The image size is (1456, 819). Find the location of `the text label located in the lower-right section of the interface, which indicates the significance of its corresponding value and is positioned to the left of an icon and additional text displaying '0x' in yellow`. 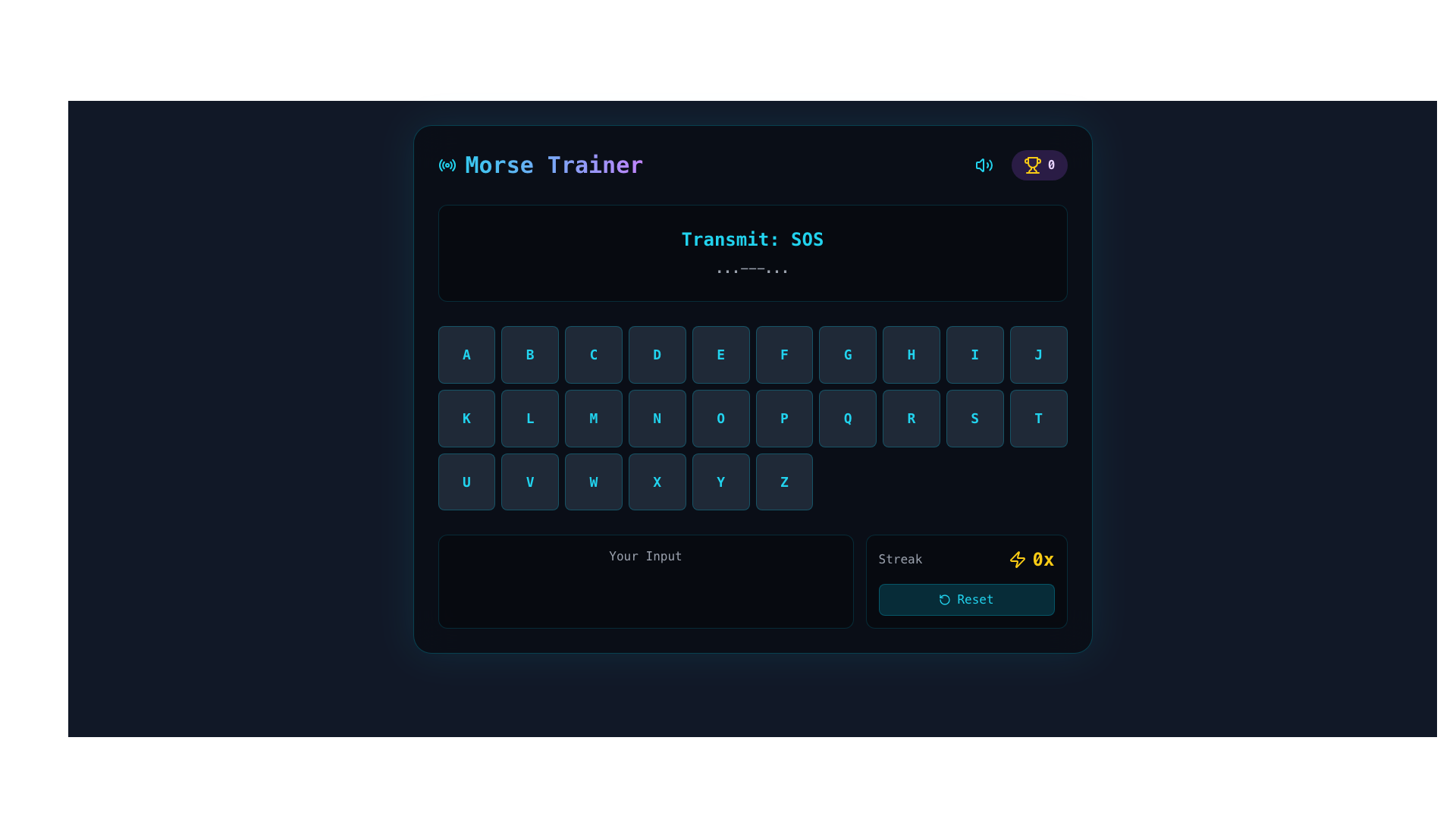

the text label located in the lower-right section of the interface, which indicates the significance of its corresponding value and is positioned to the left of an icon and additional text displaying '0x' in yellow is located at coordinates (900, 560).